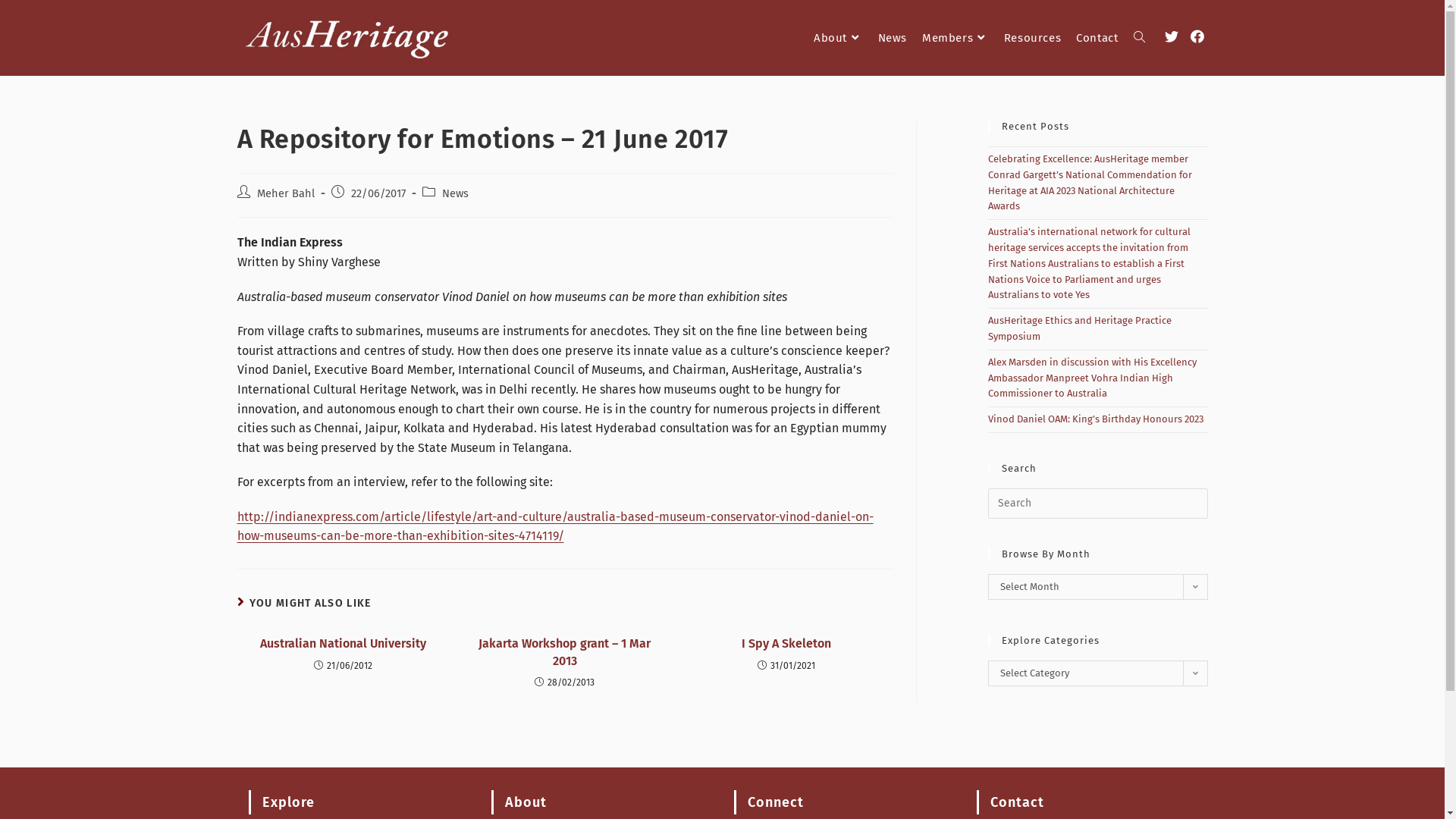 The height and width of the screenshot is (819, 1456). I want to click on 'About', so click(837, 37).